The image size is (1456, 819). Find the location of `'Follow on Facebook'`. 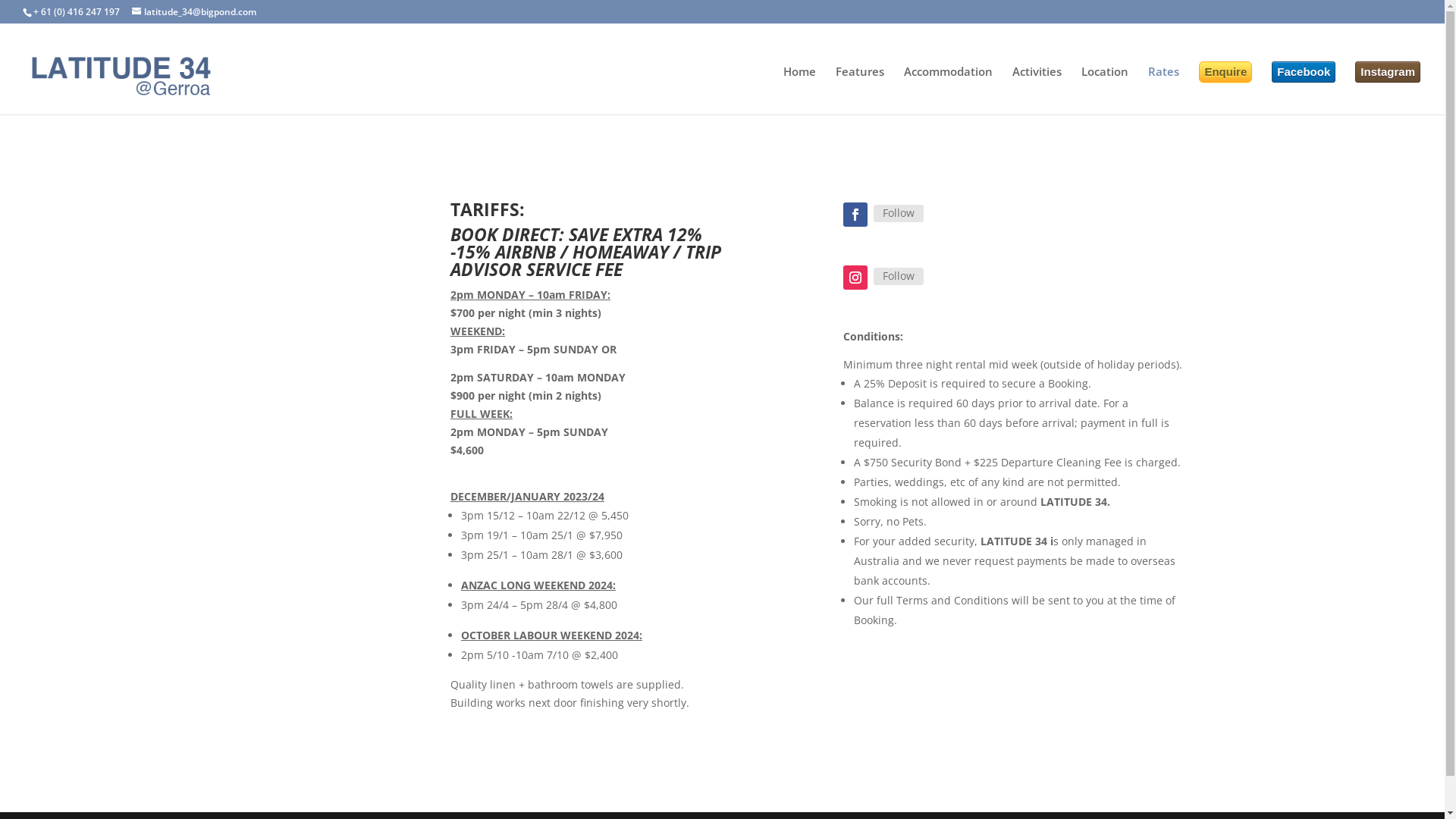

'Follow on Facebook' is located at coordinates (855, 214).